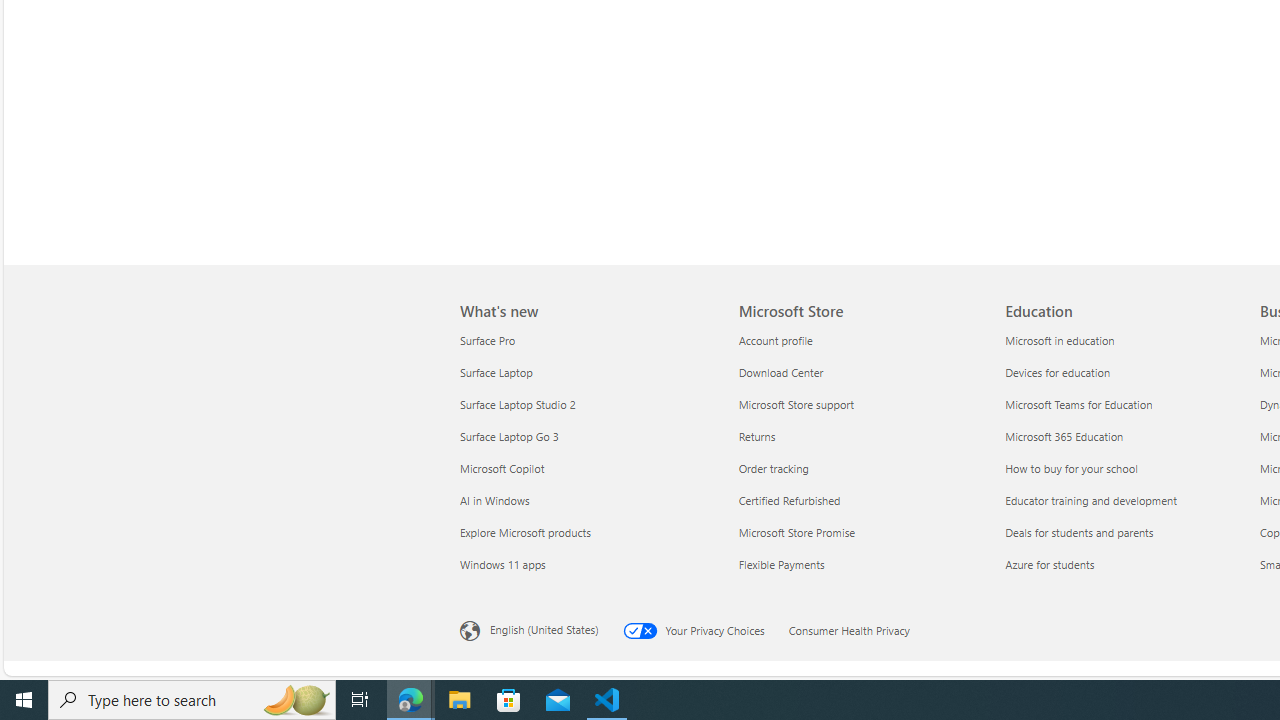 This screenshot has height=720, width=1280. Describe the element at coordinates (1126, 499) in the screenshot. I see `'Educator training and development'` at that location.